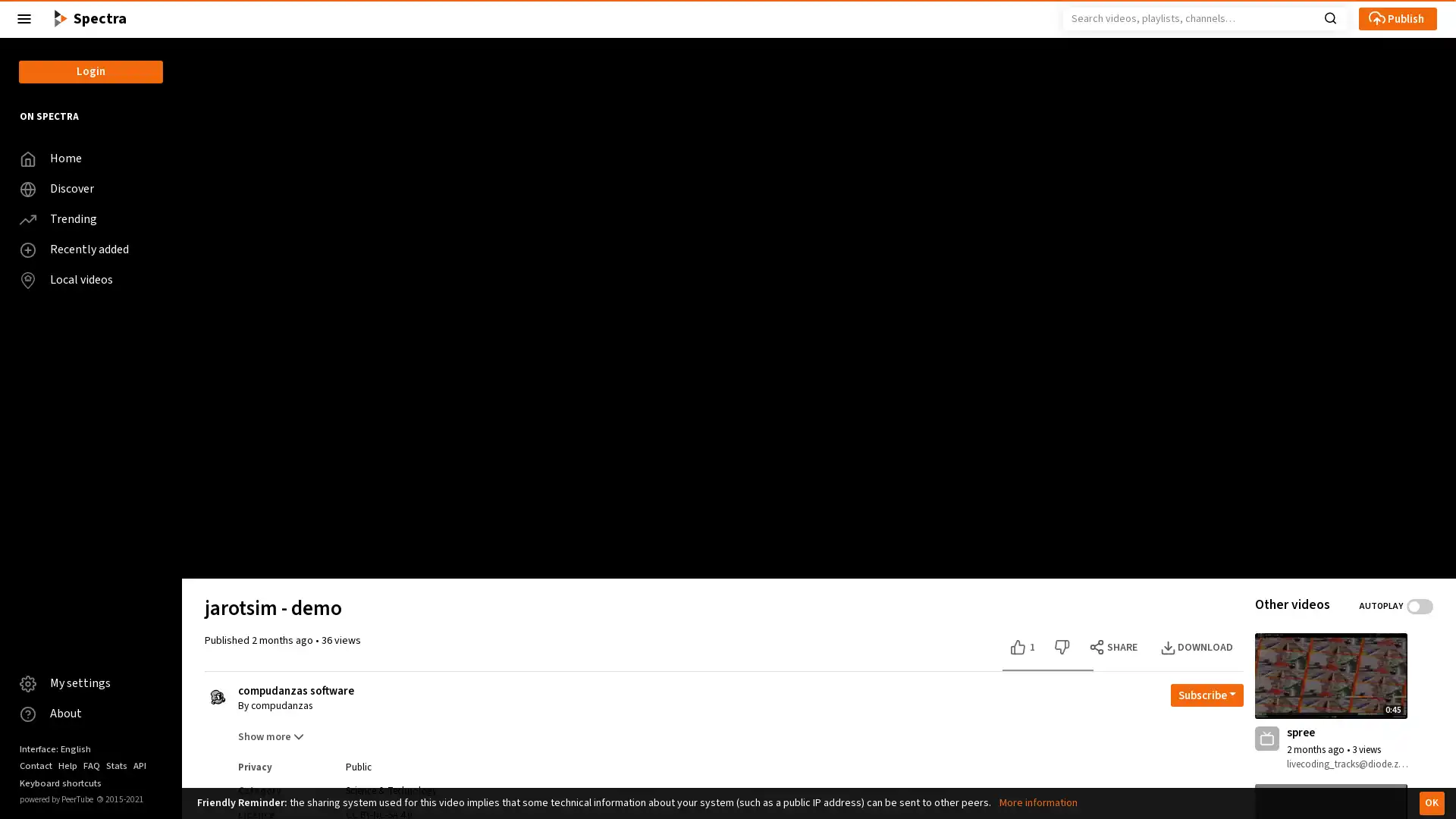  Describe the element at coordinates (1024, 647) in the screenshot. I see `Like this video` at that location.